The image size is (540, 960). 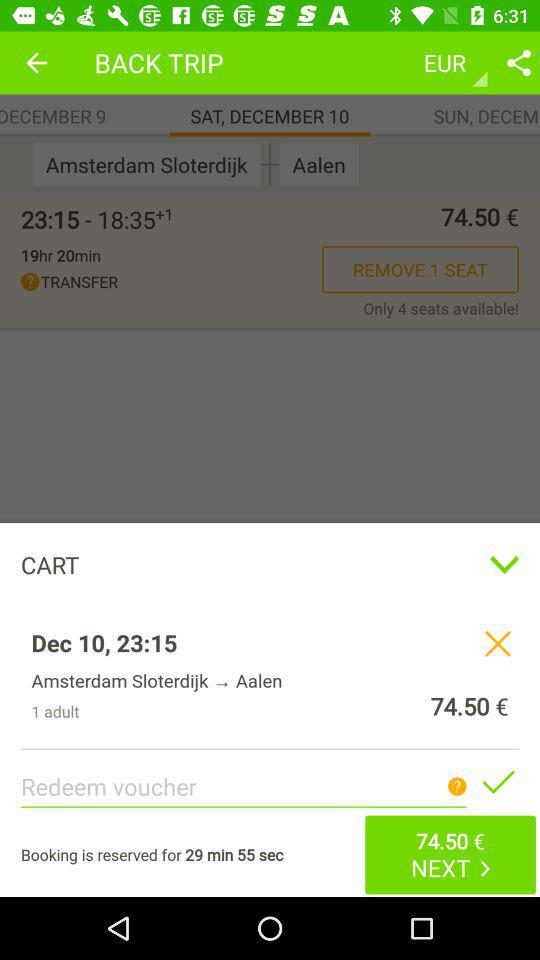 What do you see at coordinates (171, 281) in the screenshot?
I see `the icon next to remove 1 seat icon` at bounding box center [171, 281].